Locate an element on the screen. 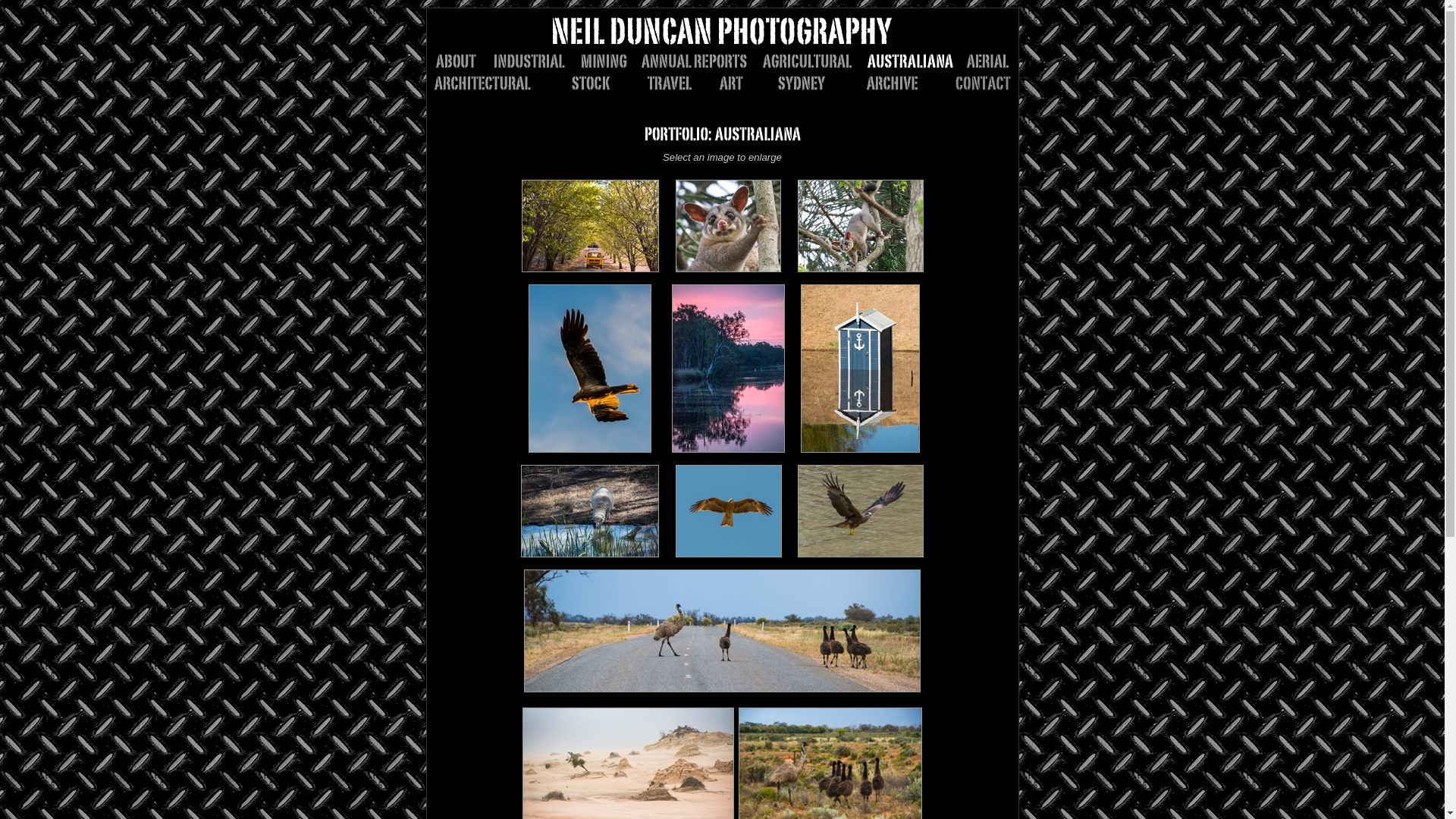  'Architectural' is located at coordinates (490, 83).